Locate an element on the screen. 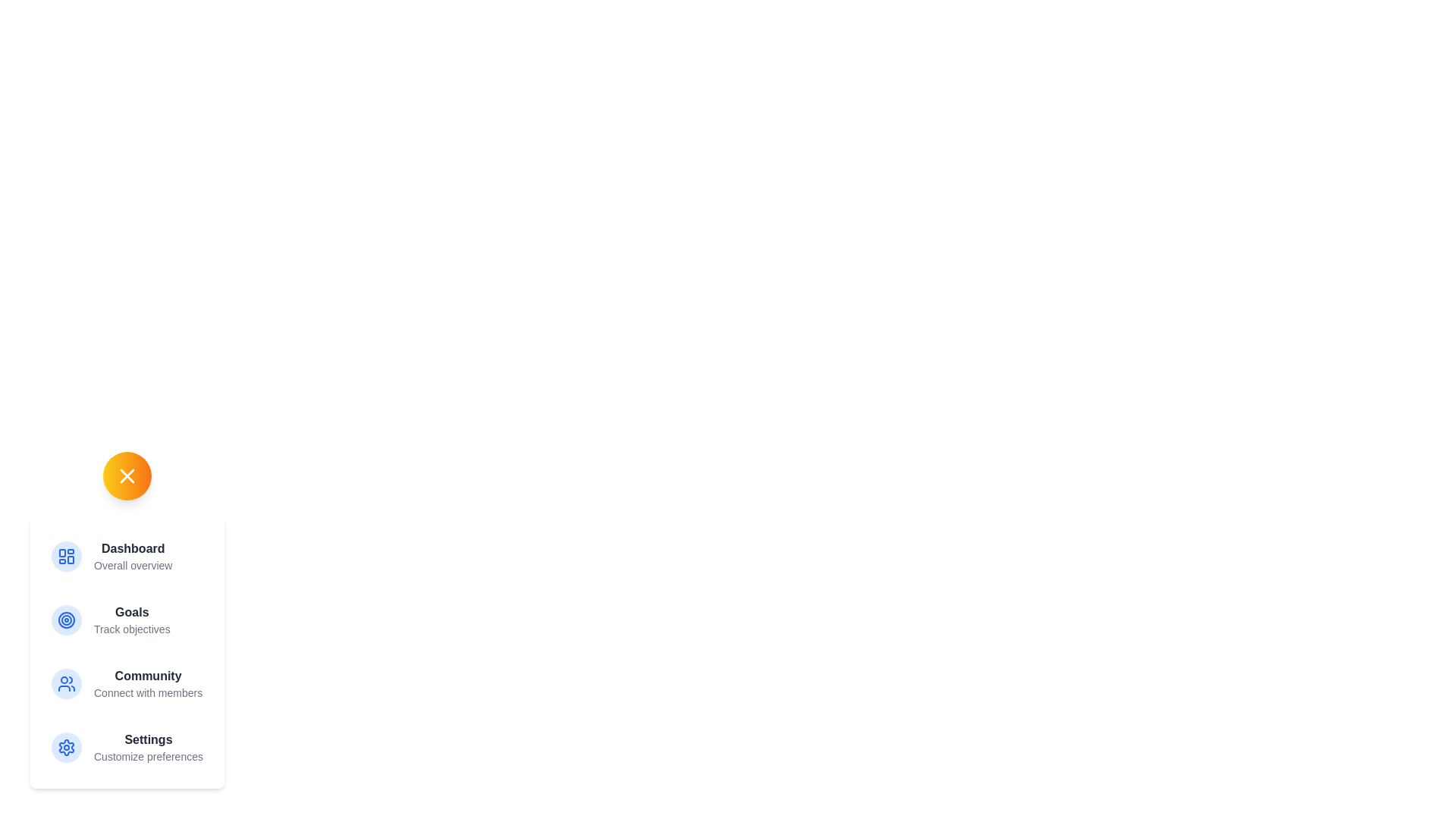  the menu option Goals is located at coordinates (127, 620).